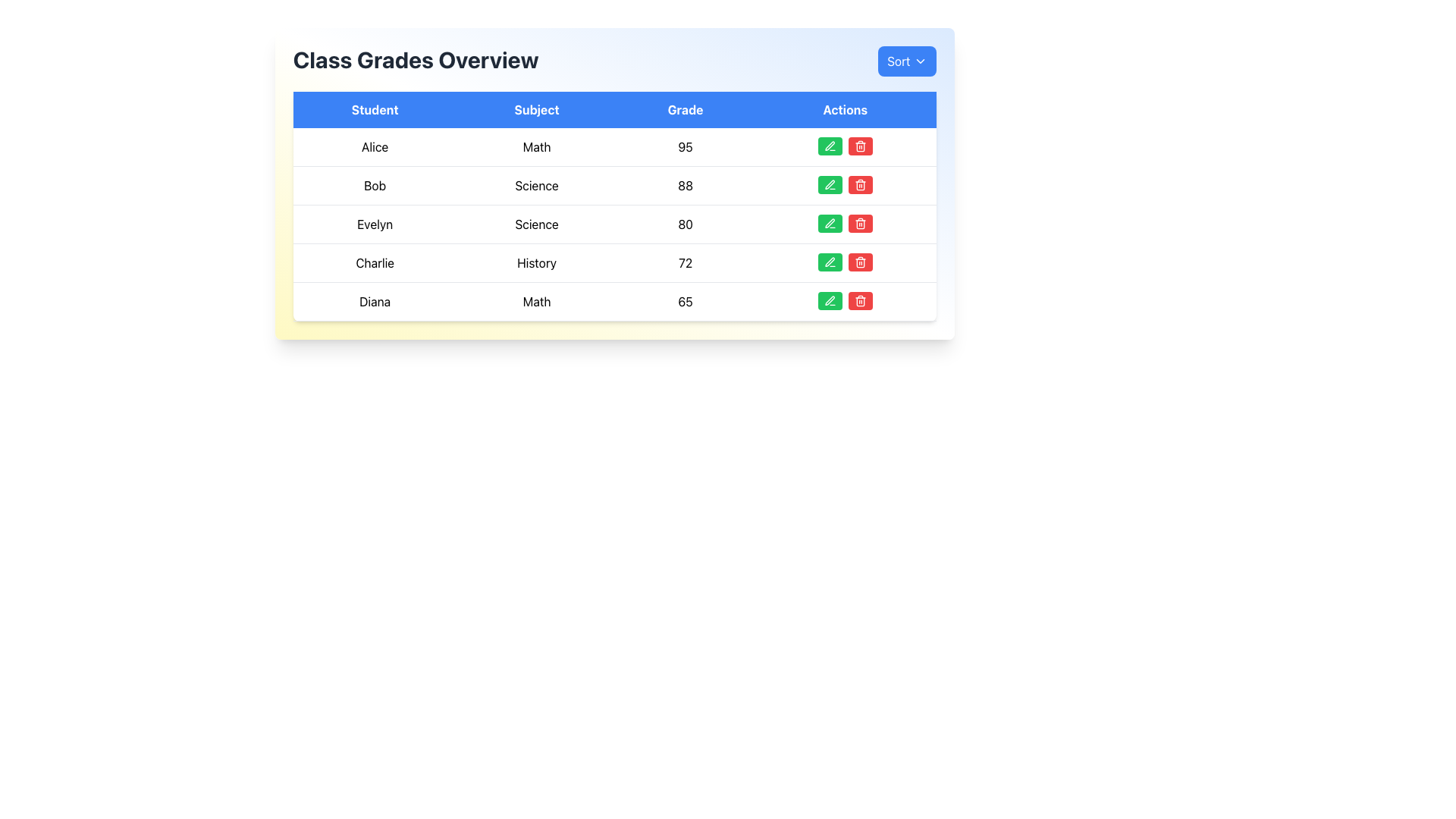 The image size is (1456, 819). I want to click on the edit SVG icon located in the fourth row of the 'Actions' column in the data table, so click(829, 184).